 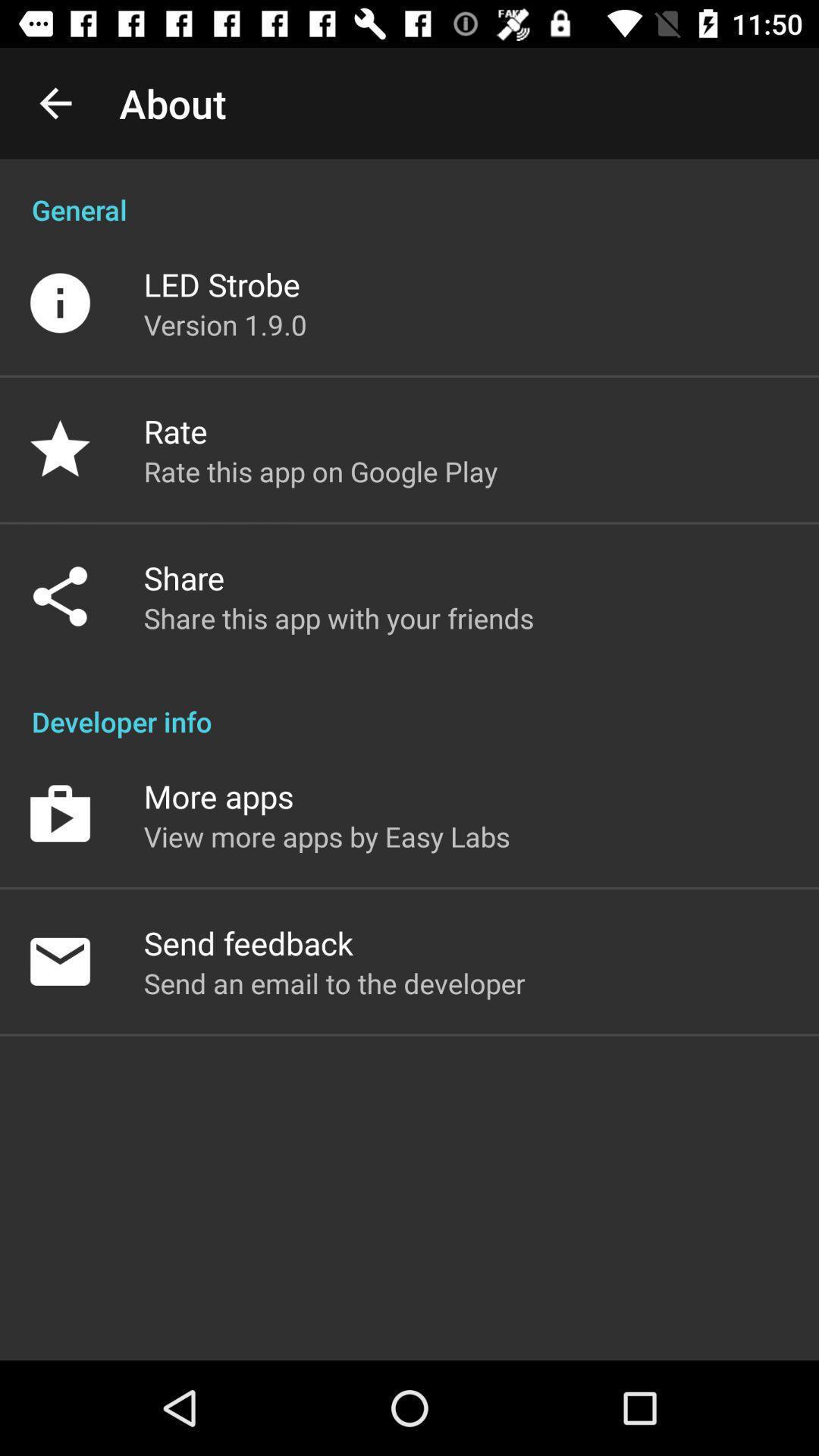 What do you see at coordinates (334, 983) in the screenshot?
I see `the item below the send feedback item` at bounding box center [334, 983].